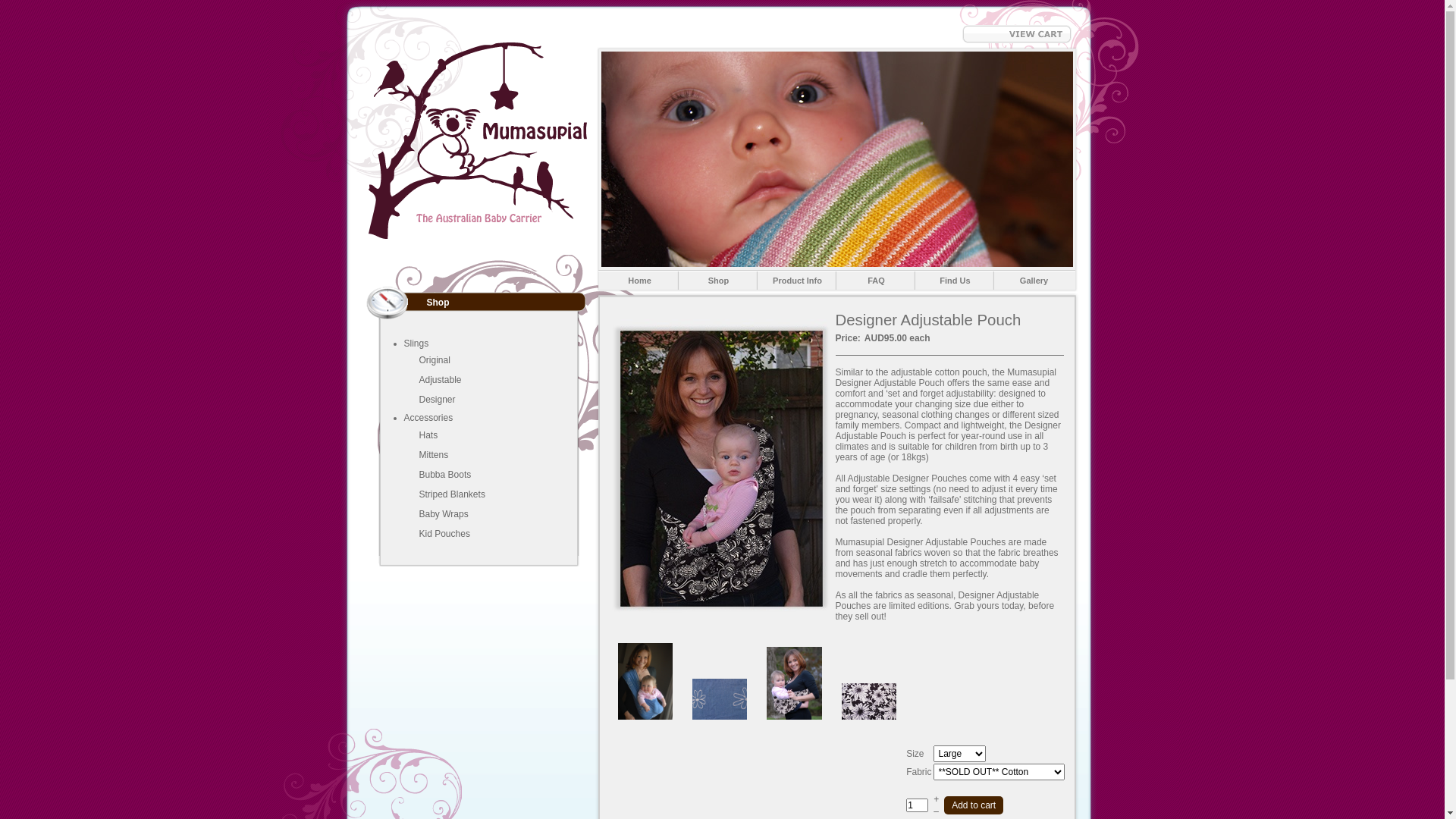 Image resolution: width=1456 pixels, height=819 pixels. Describe the element at coordinates (419, 473) in the screenshot. I see `'Bubba Boots'` at that location.